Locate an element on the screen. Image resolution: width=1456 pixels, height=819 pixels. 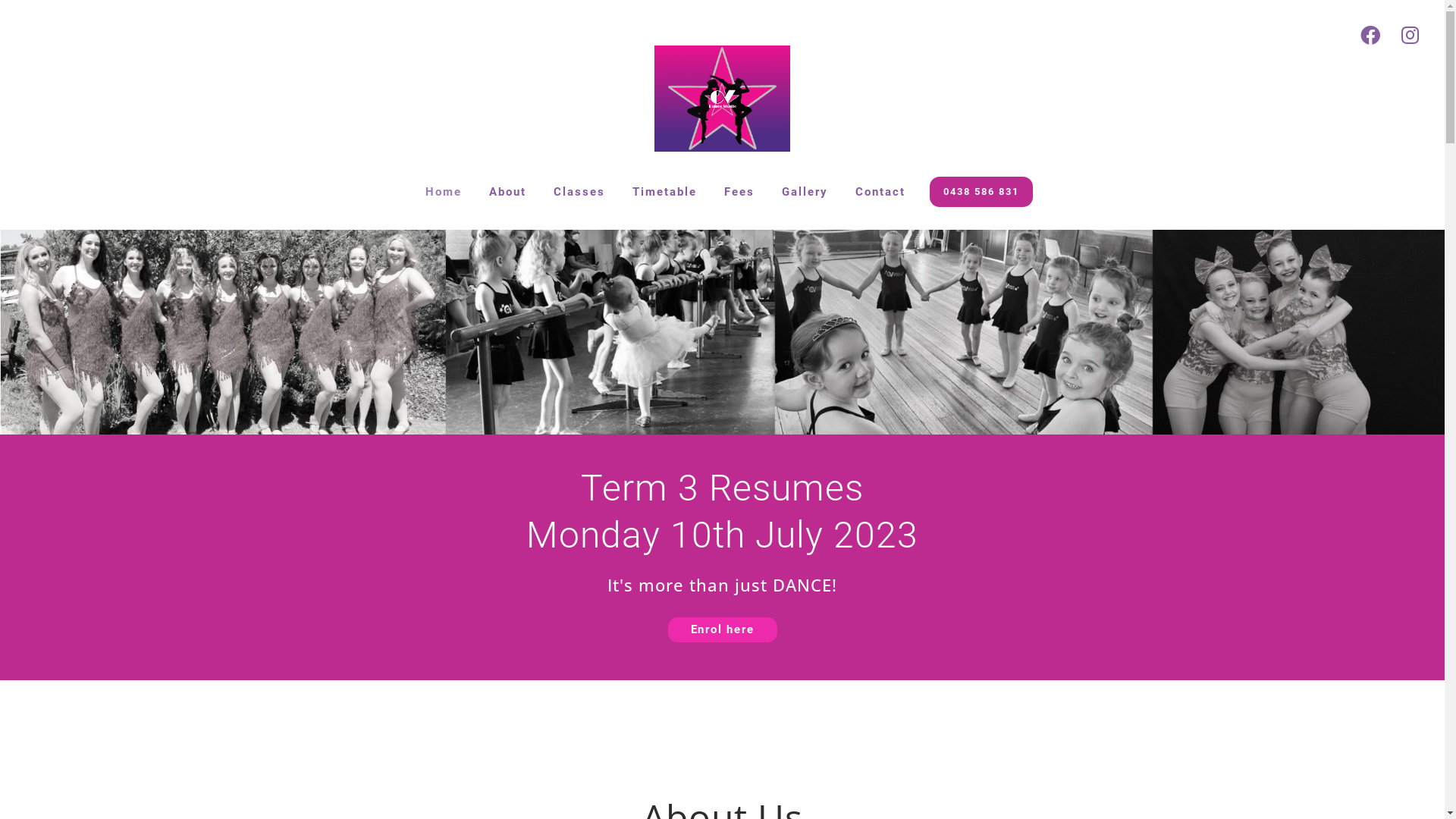
'Gallery' is located at coordinates (804, 191).